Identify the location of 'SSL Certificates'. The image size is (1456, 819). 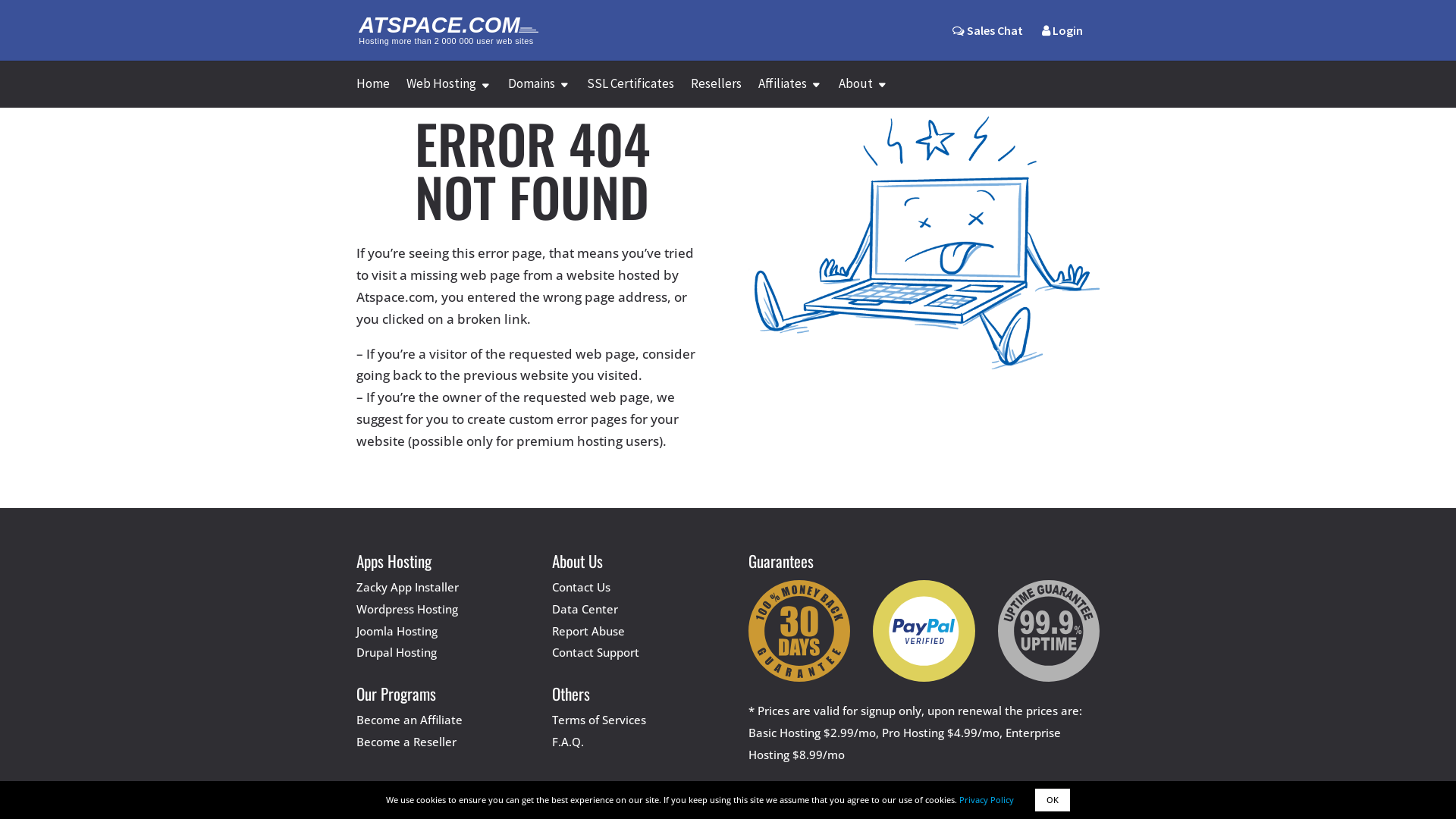
(585, 93).